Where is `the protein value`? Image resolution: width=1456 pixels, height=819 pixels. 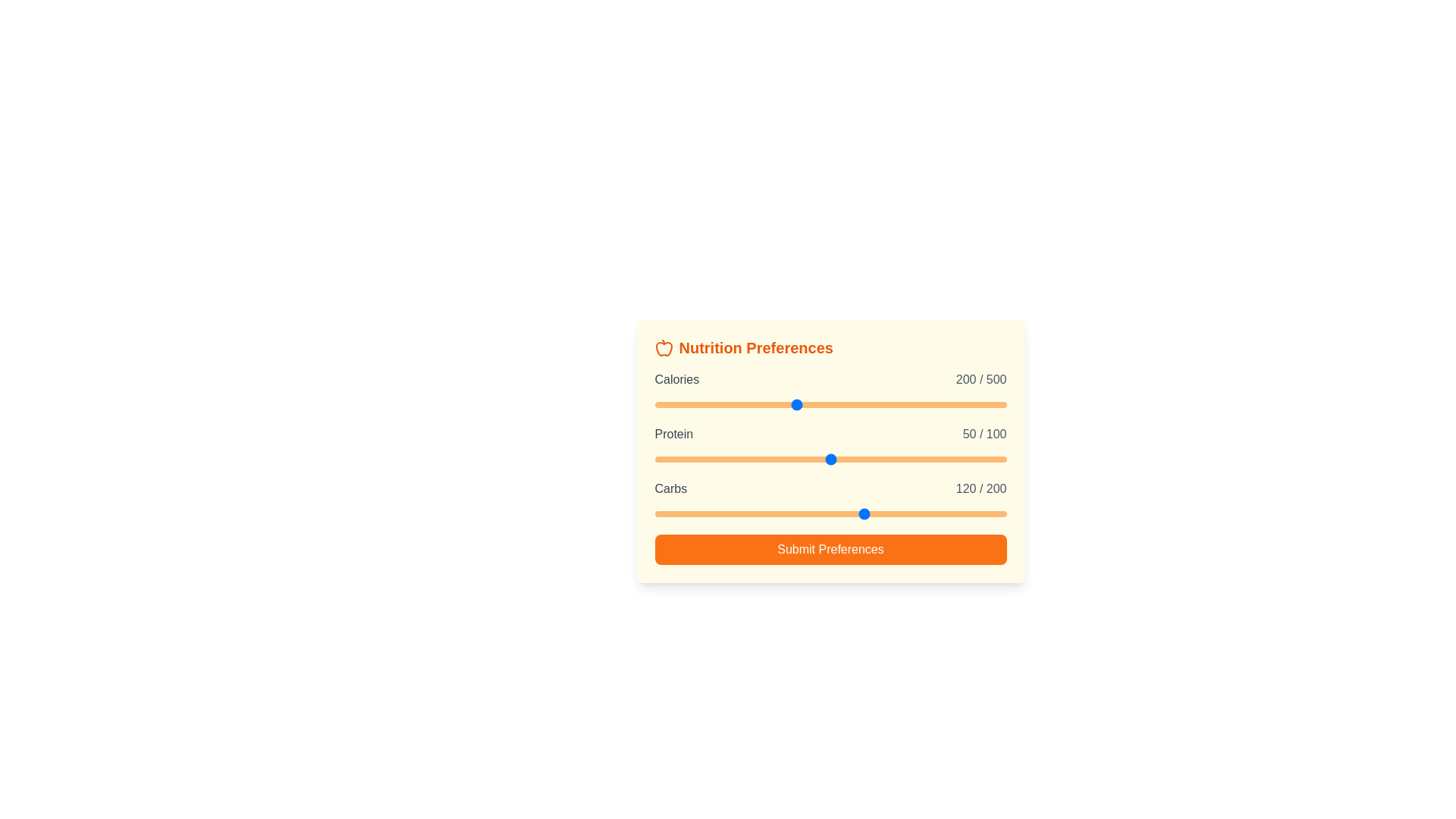 the protein value is located at coordinates (869, 458).